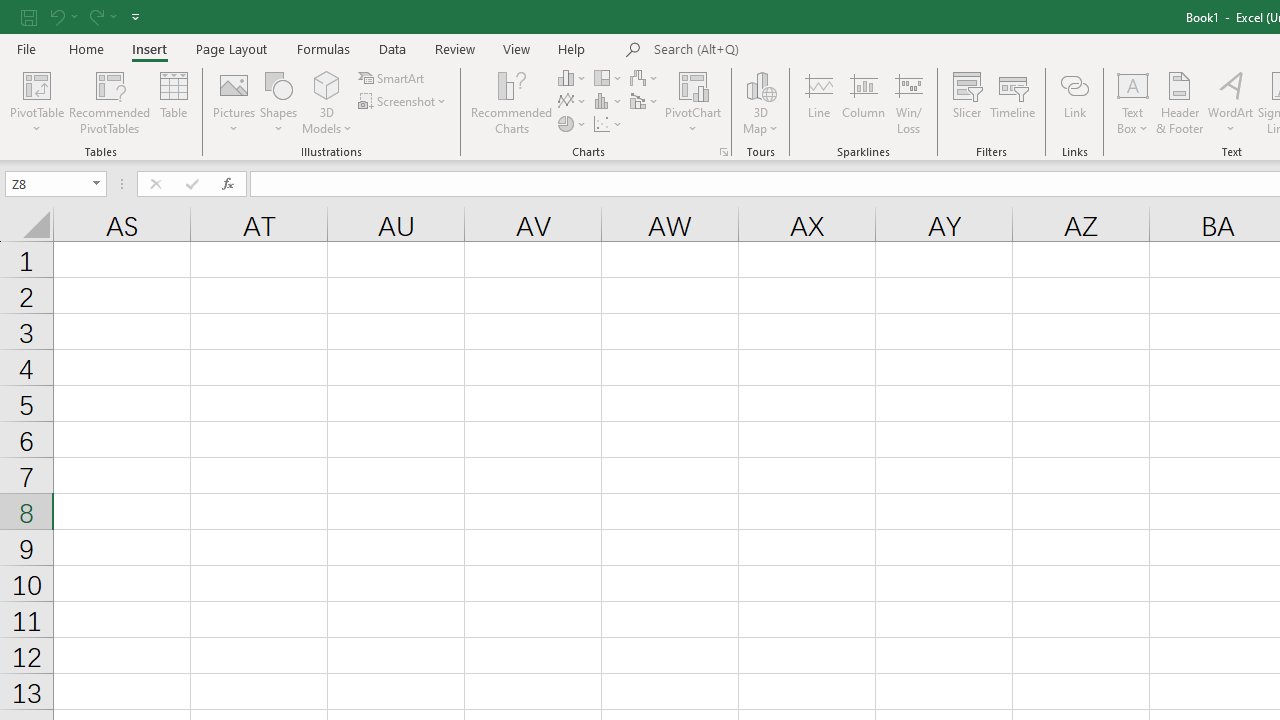 The width and height of the screenshot is (1280, 720). Describe the element at coordinates (323, 48) in the screenshot. I see `'Formulas'` at that location.